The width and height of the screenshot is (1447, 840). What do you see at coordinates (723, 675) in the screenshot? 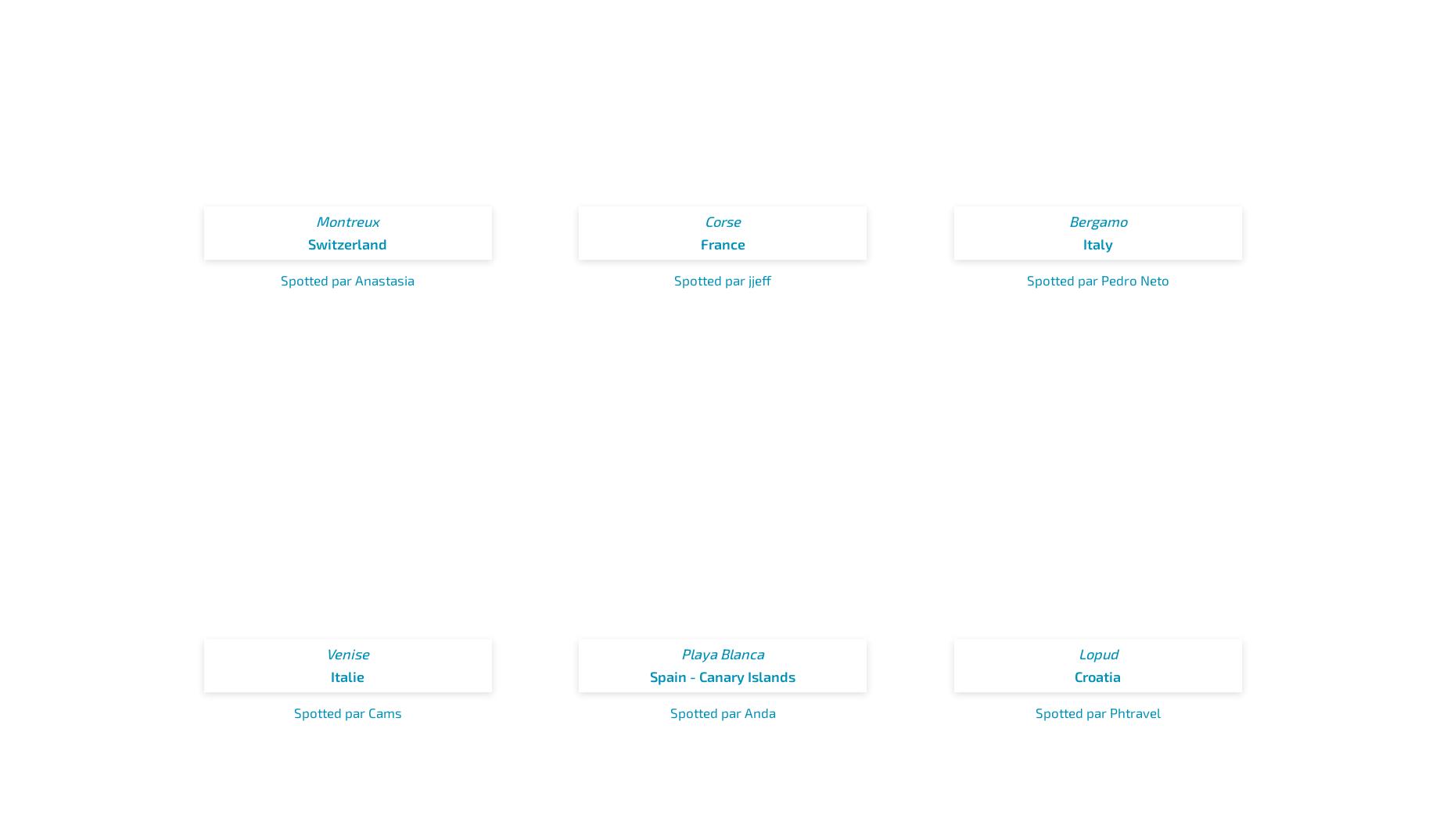
I see `'Spain - Canary Islands'` at bounding box center [723, 675].